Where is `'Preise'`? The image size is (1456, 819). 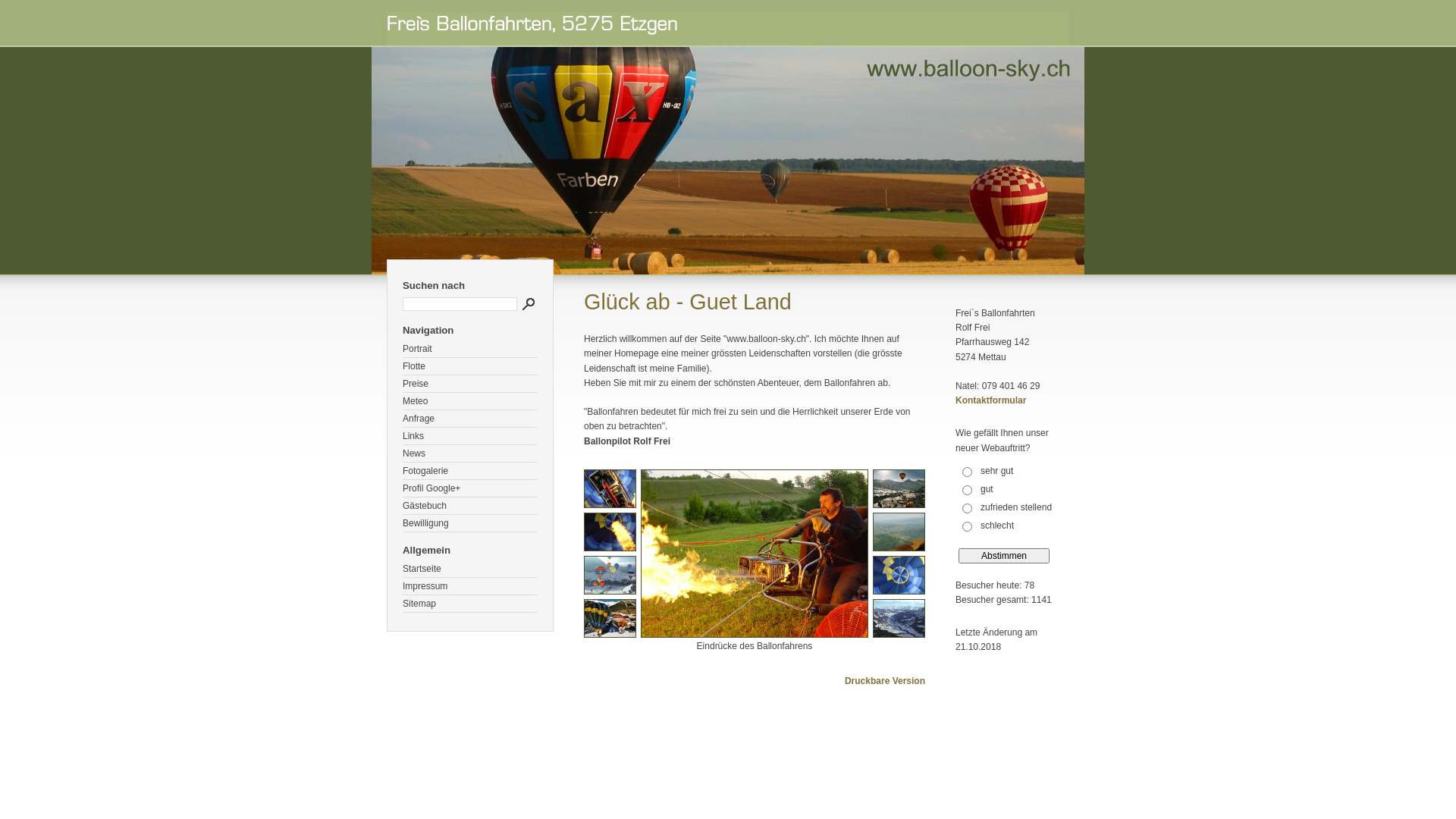 'Preise' is located at coordinates (469, 383).